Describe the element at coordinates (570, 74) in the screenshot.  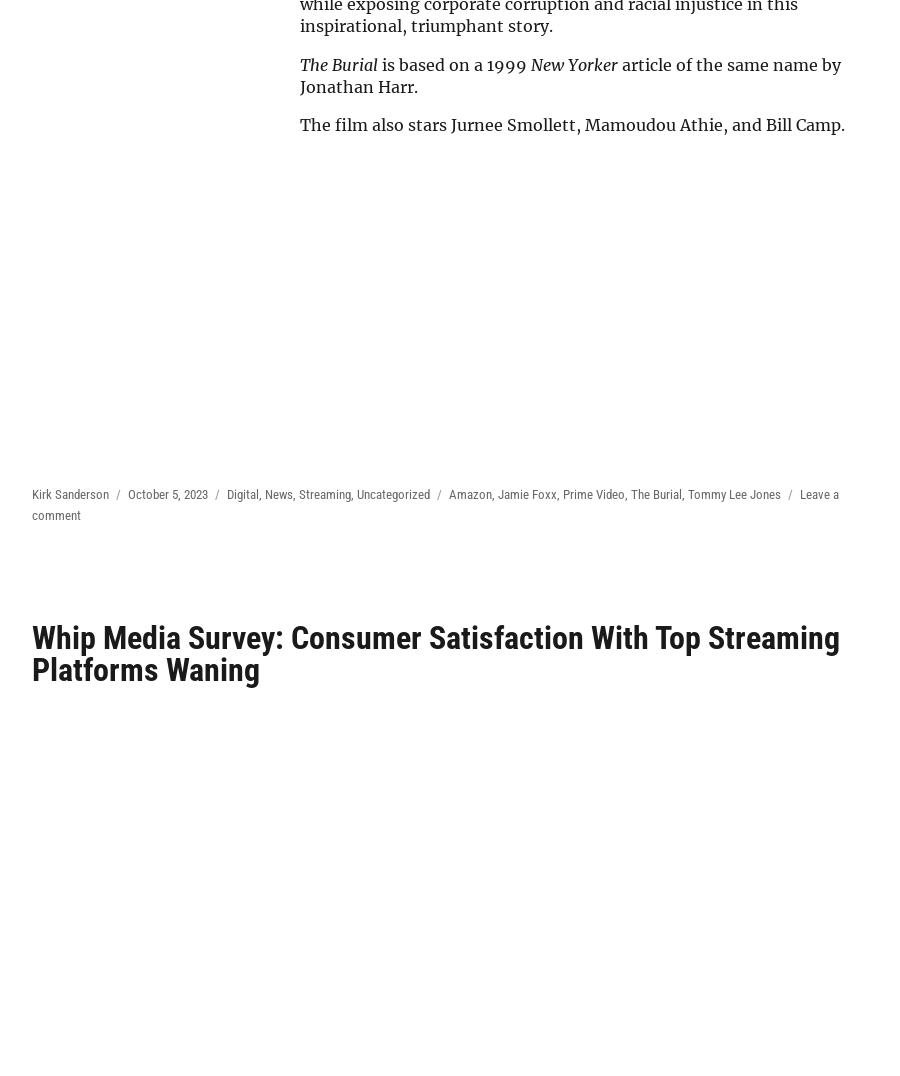
I see `'article of the same name by Jonathan Harr.'` at that location.